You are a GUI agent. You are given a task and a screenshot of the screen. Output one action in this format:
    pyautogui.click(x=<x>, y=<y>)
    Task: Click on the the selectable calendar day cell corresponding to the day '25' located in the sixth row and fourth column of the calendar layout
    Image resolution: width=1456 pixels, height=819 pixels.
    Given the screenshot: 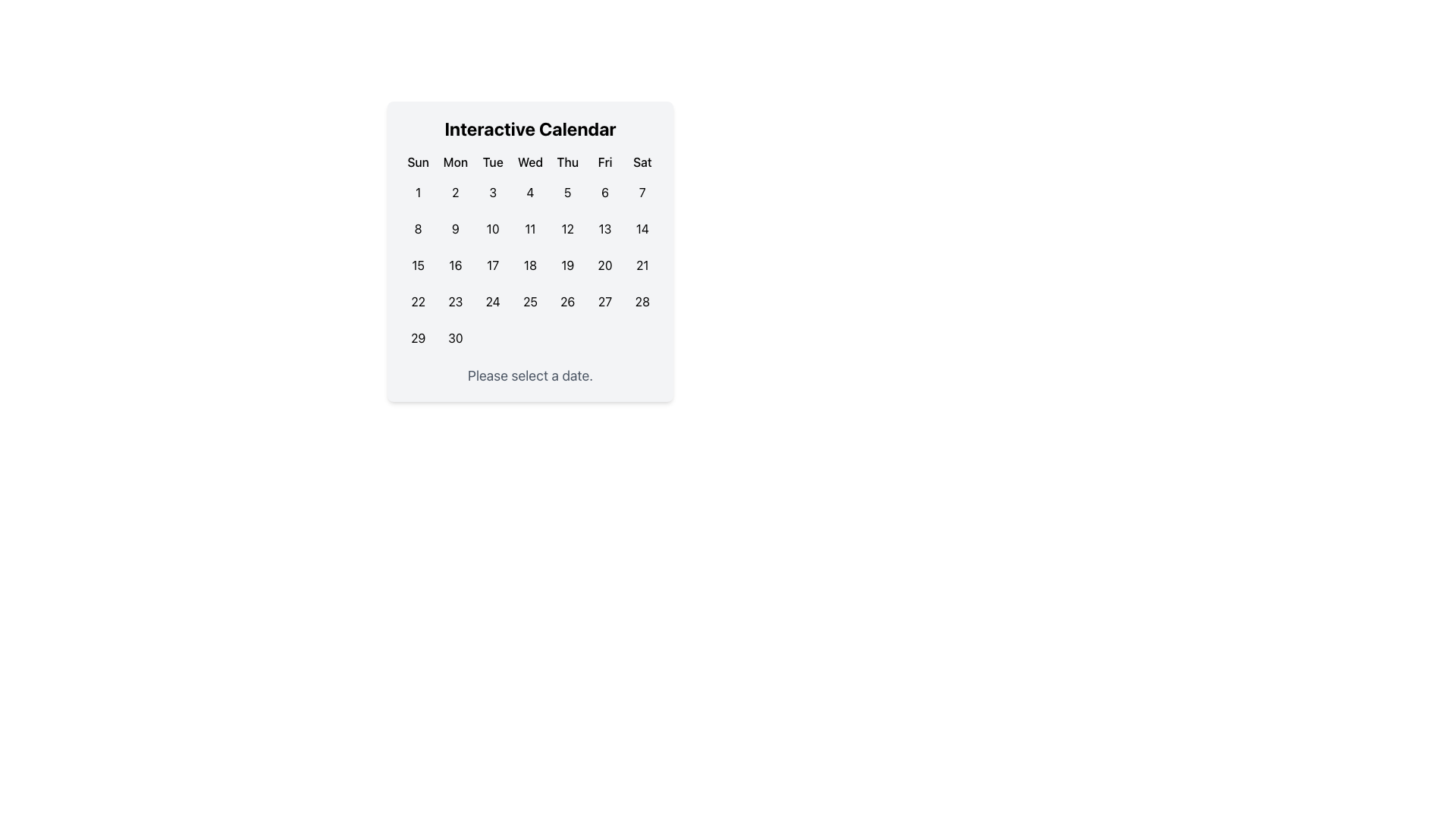 What is the action you would take?
    pyautogui.click(x=530, y=301)
    